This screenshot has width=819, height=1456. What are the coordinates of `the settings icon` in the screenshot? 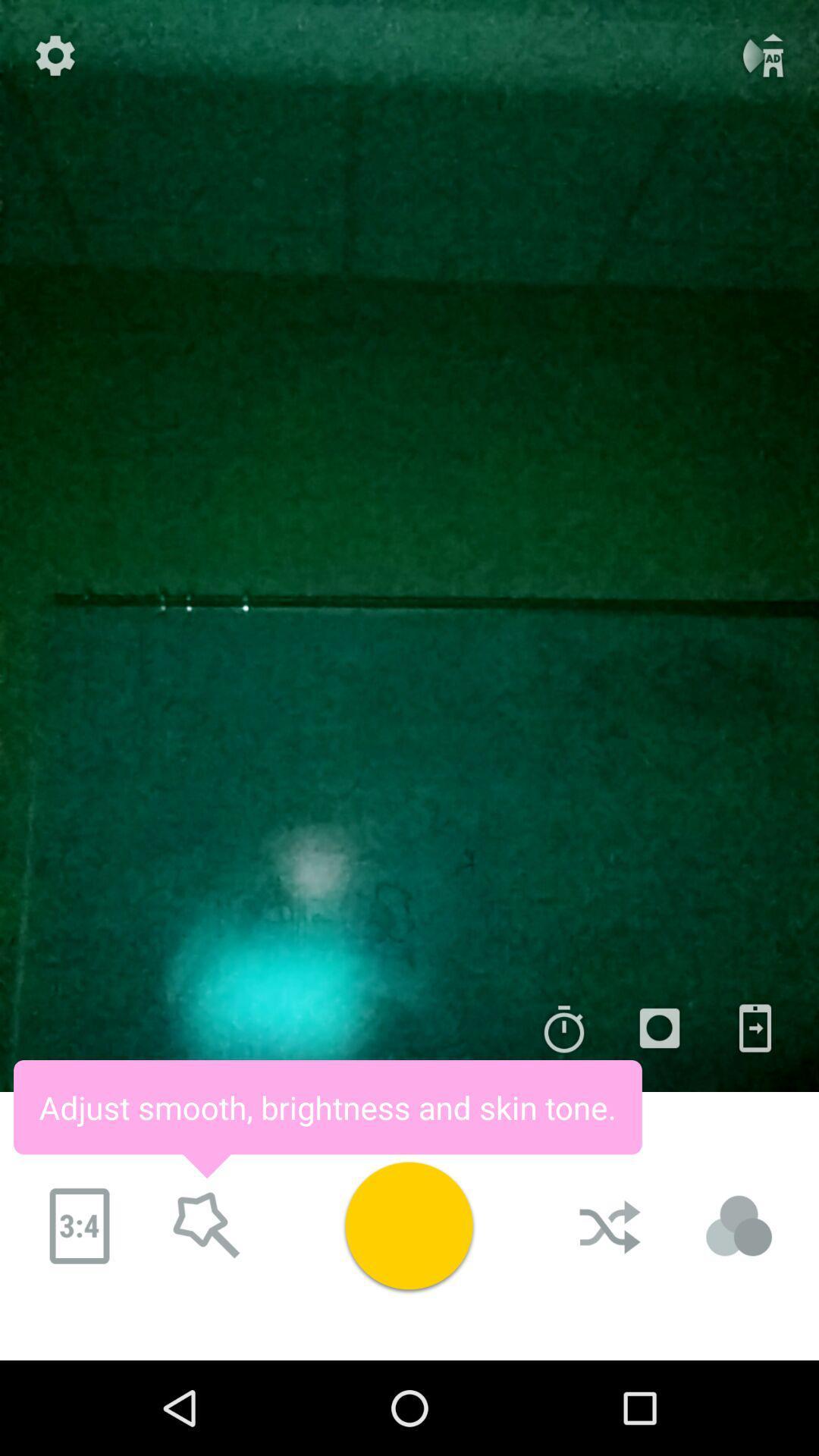 It's located at (55, 55).